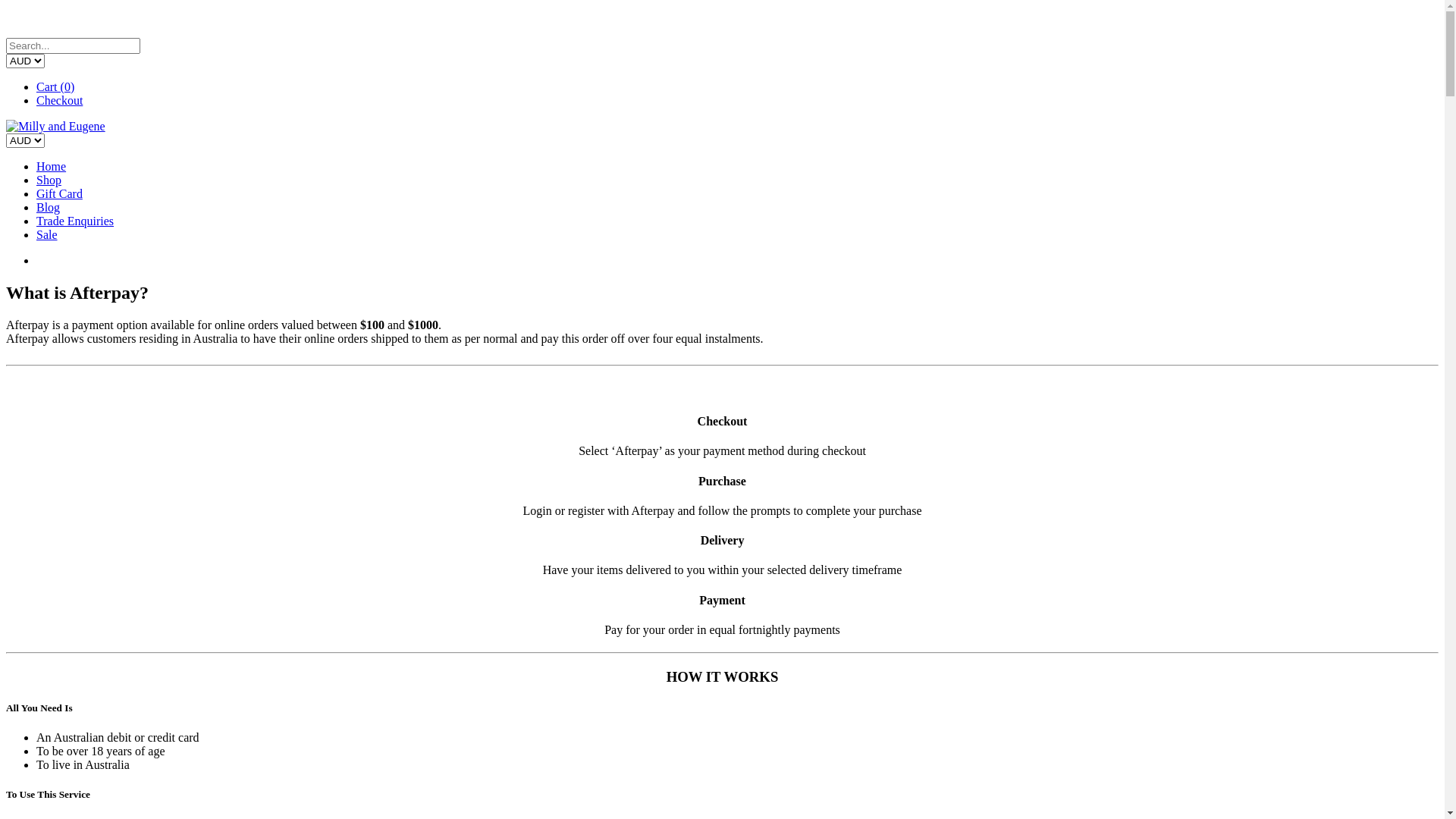 This screenshot has width=1456, height=819. Describe the element at coordinates (55, 125) in the screenshot. I see `'Milly and Eugene'` at that location.